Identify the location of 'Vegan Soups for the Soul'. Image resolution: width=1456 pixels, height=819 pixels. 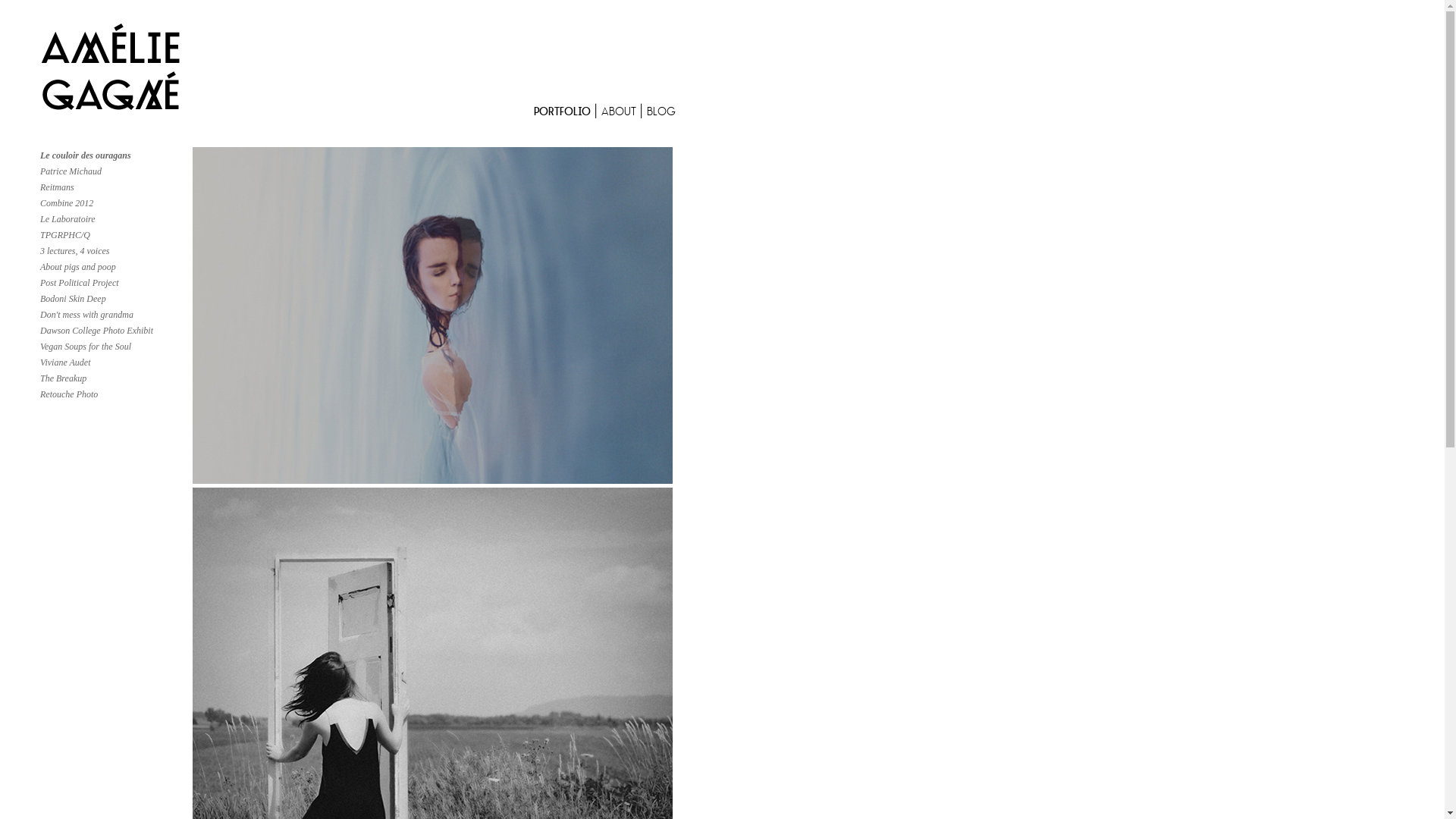
(85, 346).